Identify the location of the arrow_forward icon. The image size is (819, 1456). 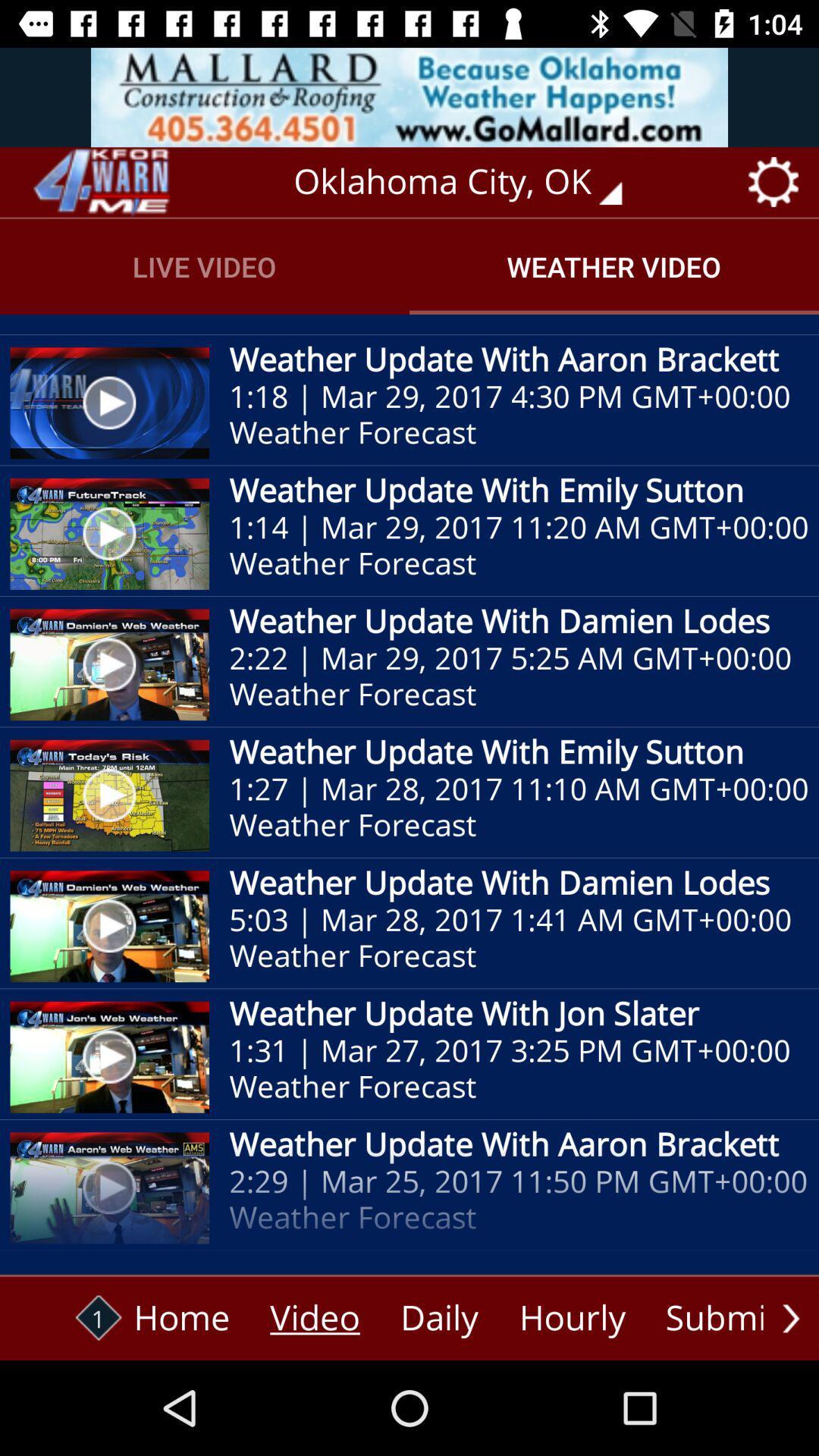
(790, 1317).